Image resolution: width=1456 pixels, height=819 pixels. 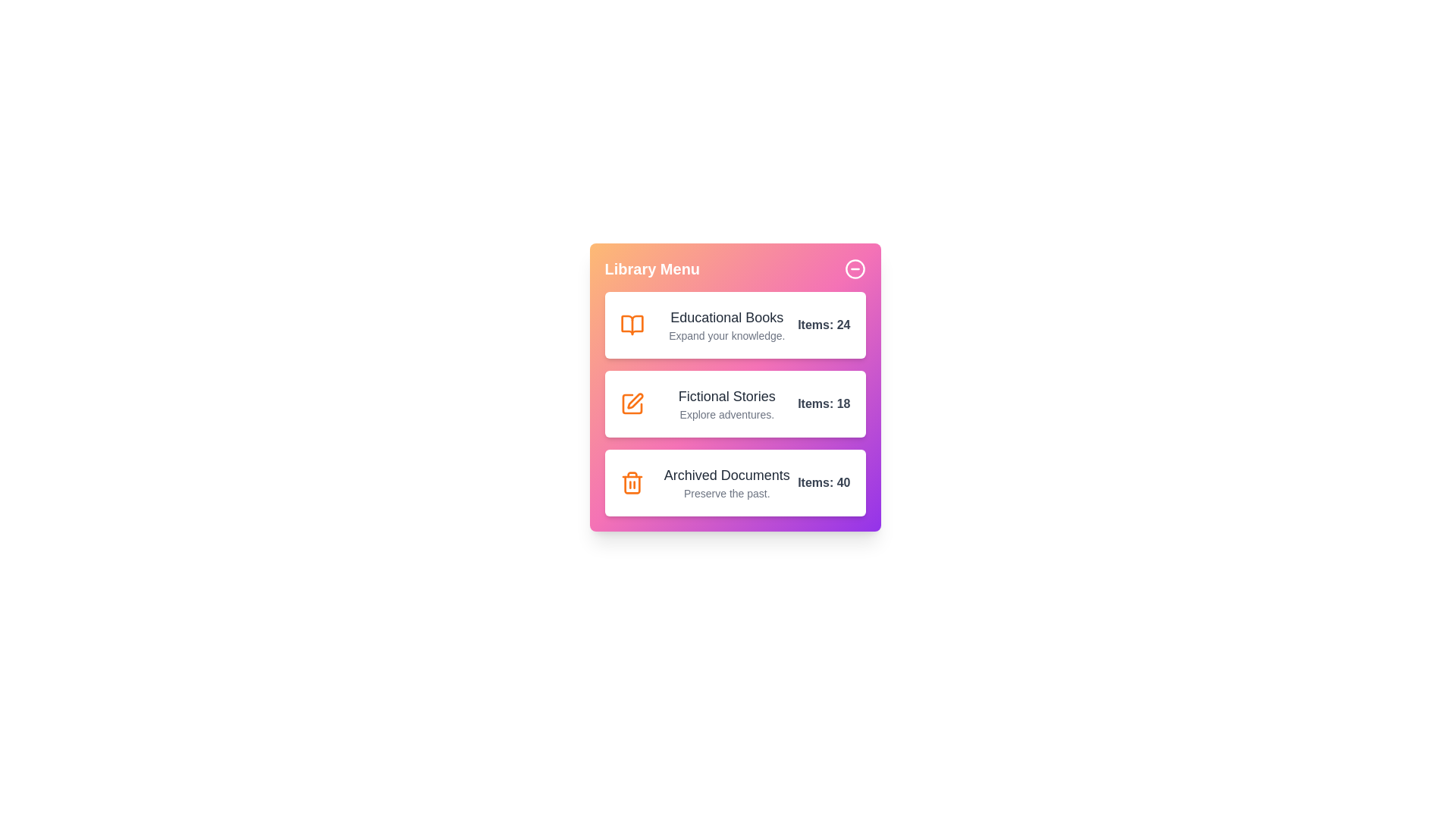 What do you see at coordinates (735, 403) in the screenshot?
I see `the category Fictional Stories to inspect its details` at bounding box center [735, 403].